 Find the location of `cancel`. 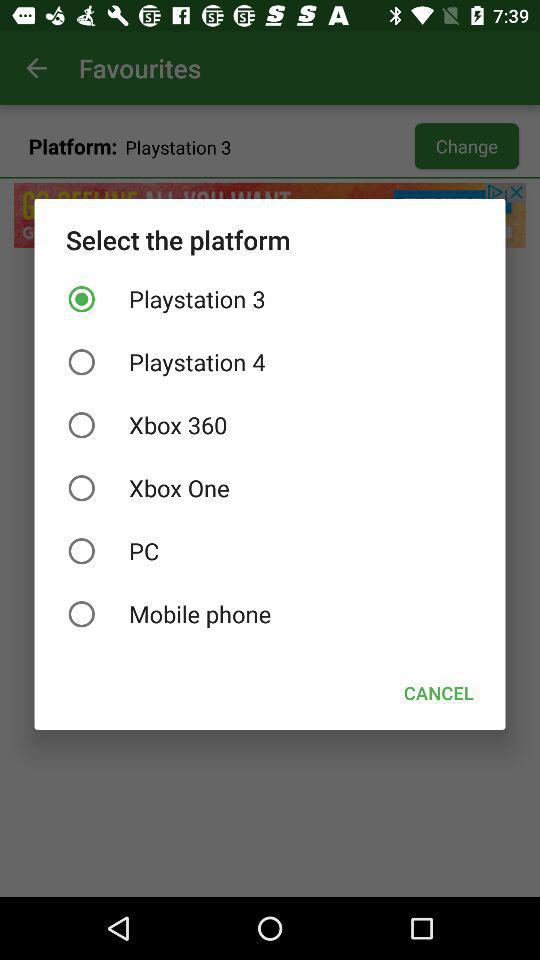

cancel is located at coordinates (437, 693).